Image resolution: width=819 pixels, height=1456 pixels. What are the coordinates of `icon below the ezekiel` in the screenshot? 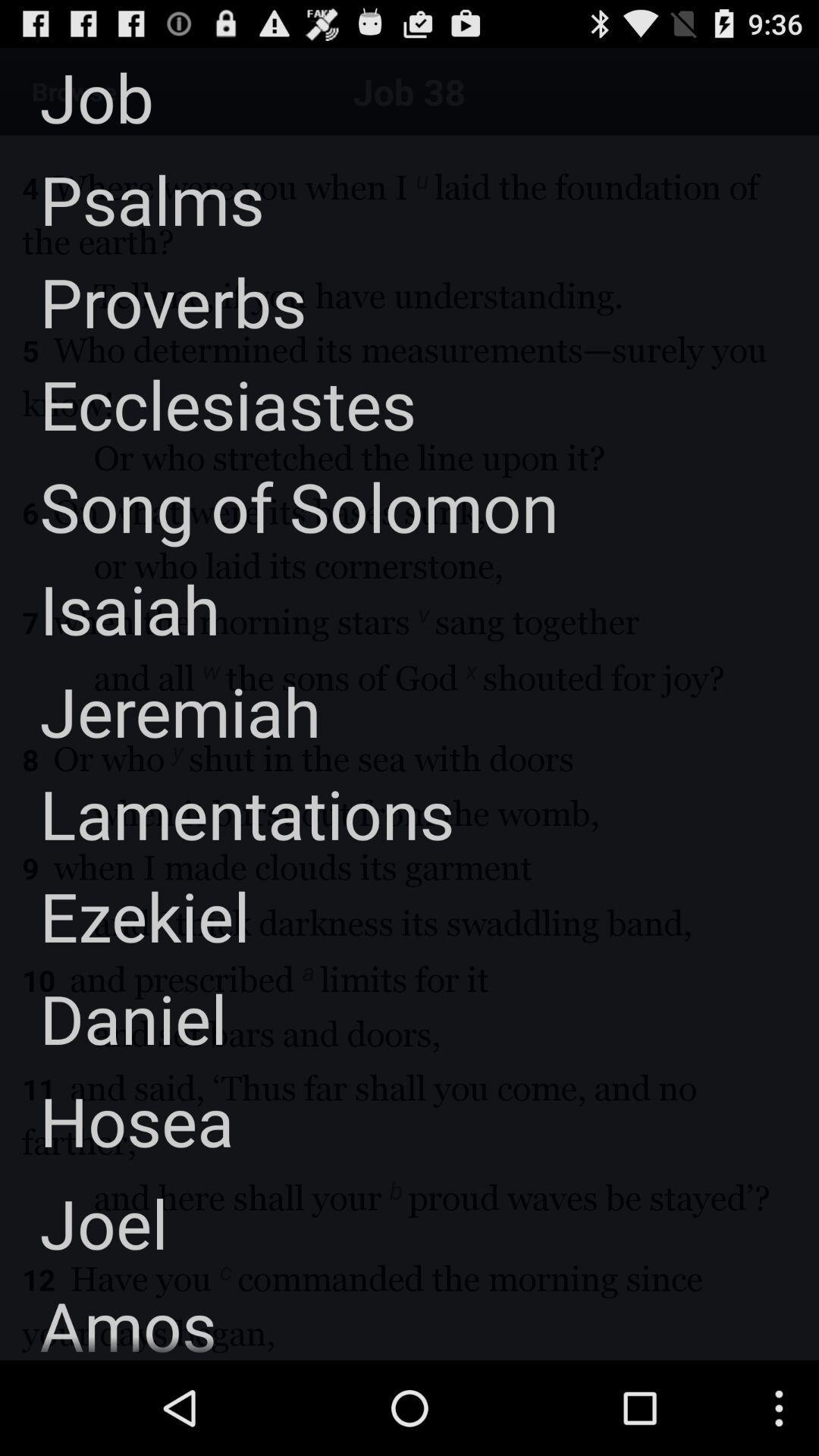 It's located at (113, 1018).